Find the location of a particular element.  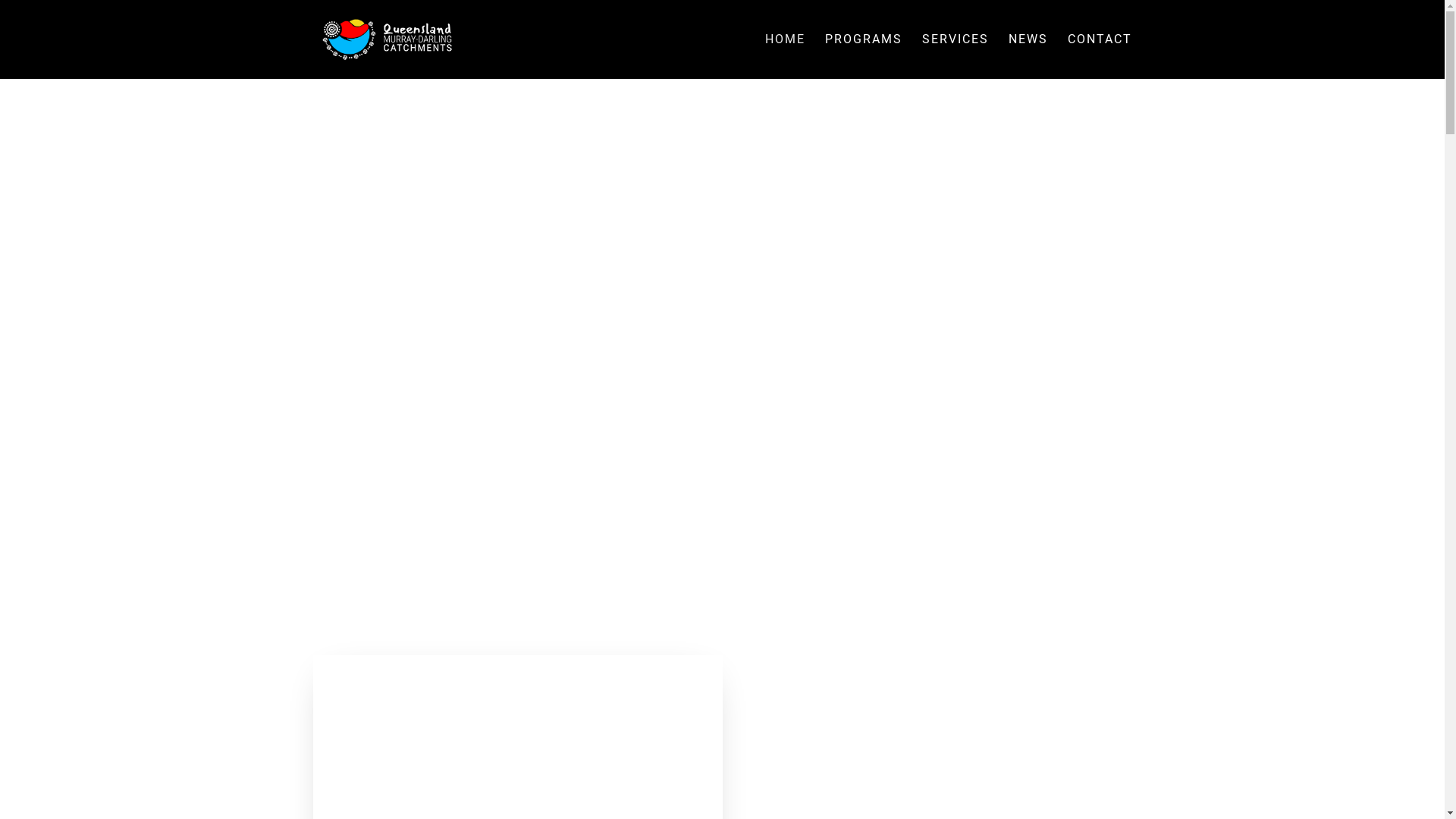

'NEWS' is located at coordinates (1028, 55).